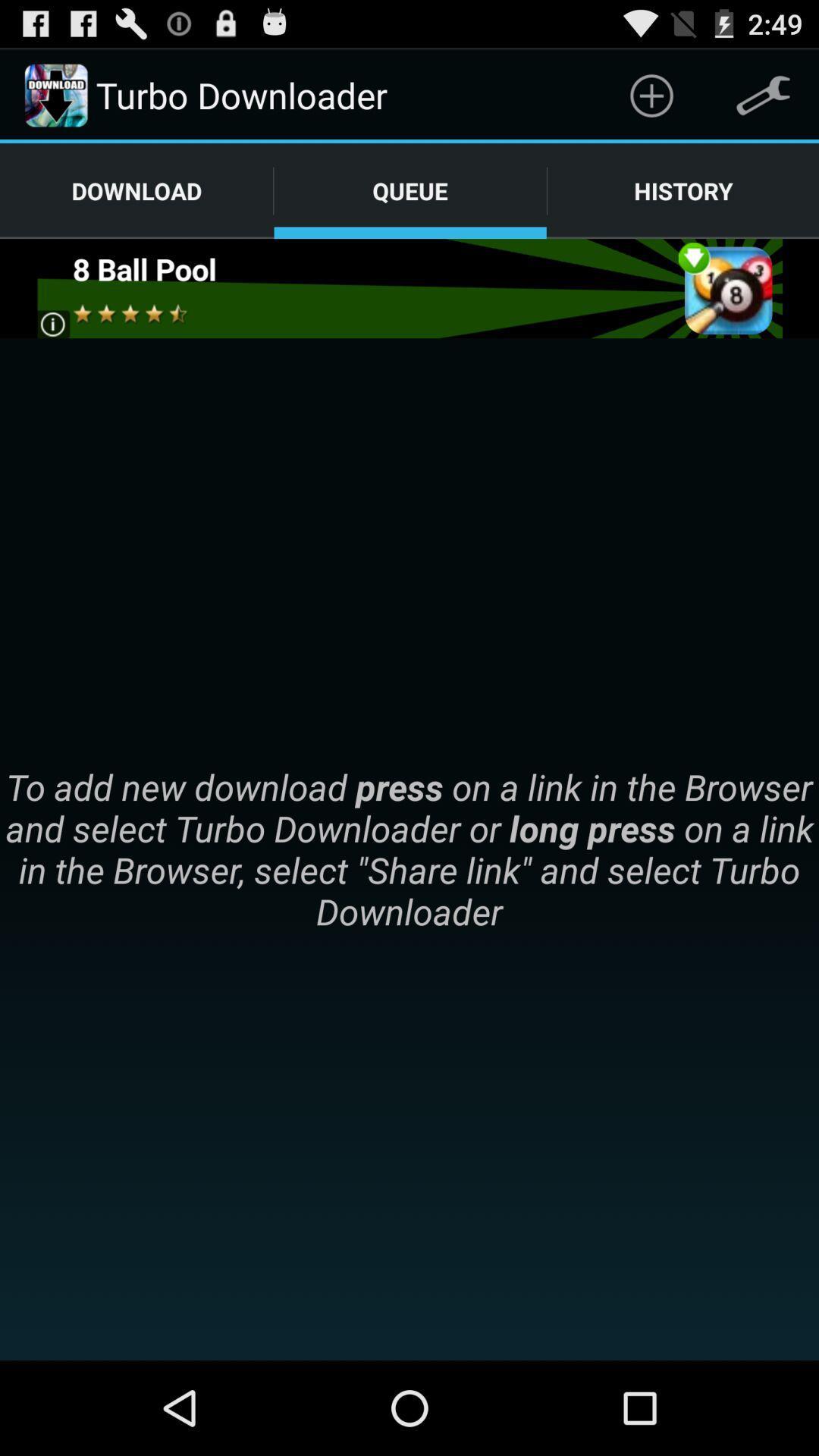 The height and width of the screenshot is (1456, 819). I want to click on 8ballpool, so click(408, 288).